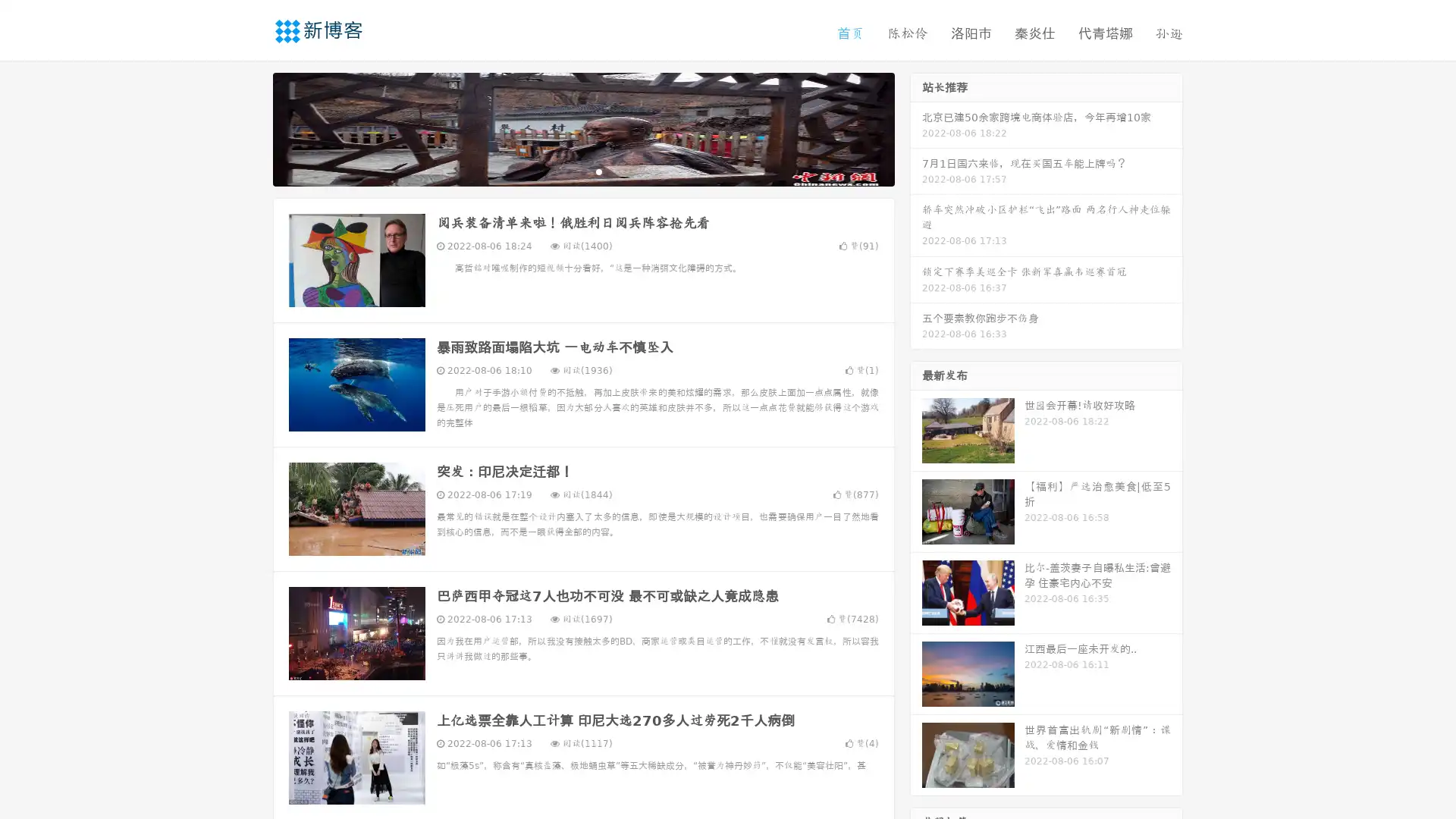 The height and width of the screenshot is (819, 1456). What do you see at coordinates (567, 171) in the screenshot?
I see `Go to slide 1` at bounding box center [567, 171].